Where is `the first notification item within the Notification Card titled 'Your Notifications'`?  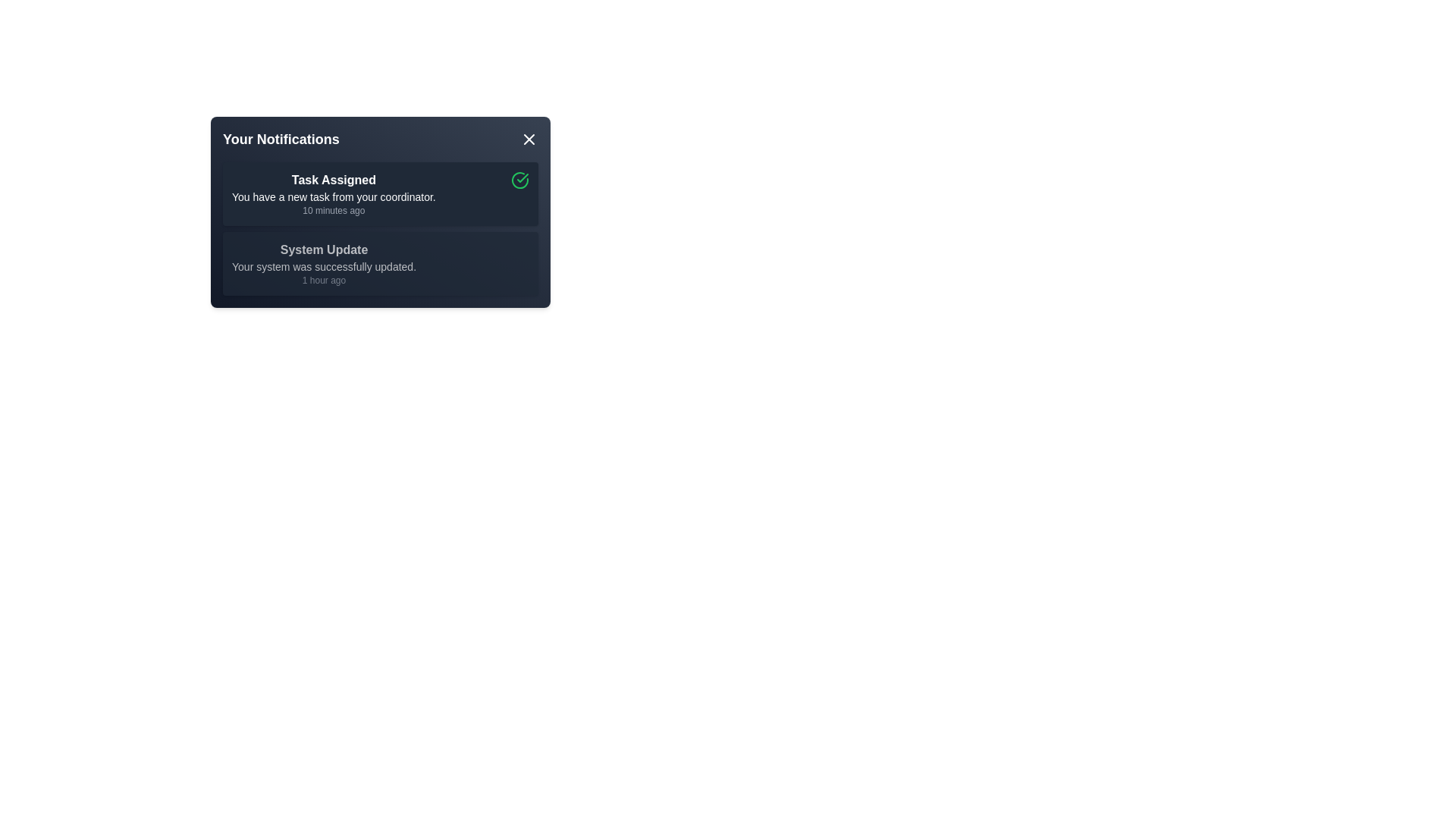 the first notification item within the Notification Card titled 'Your Notifications' is located at coordinates (381, 212).